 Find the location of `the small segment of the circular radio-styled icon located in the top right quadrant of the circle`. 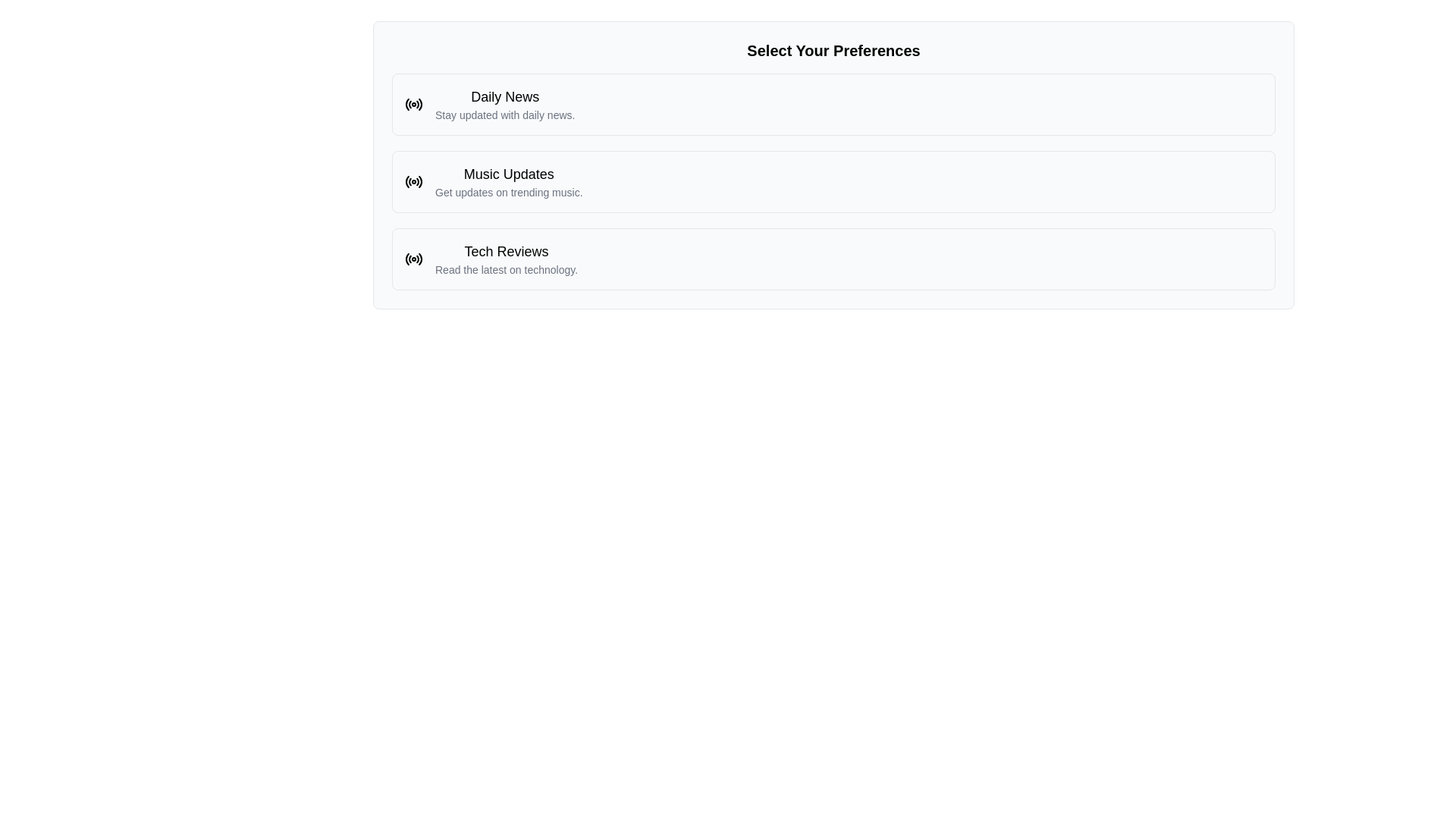

the small segment of the circular radio-styled icon located in the top right quadrant of the circle is located at coordinates (418, 104).